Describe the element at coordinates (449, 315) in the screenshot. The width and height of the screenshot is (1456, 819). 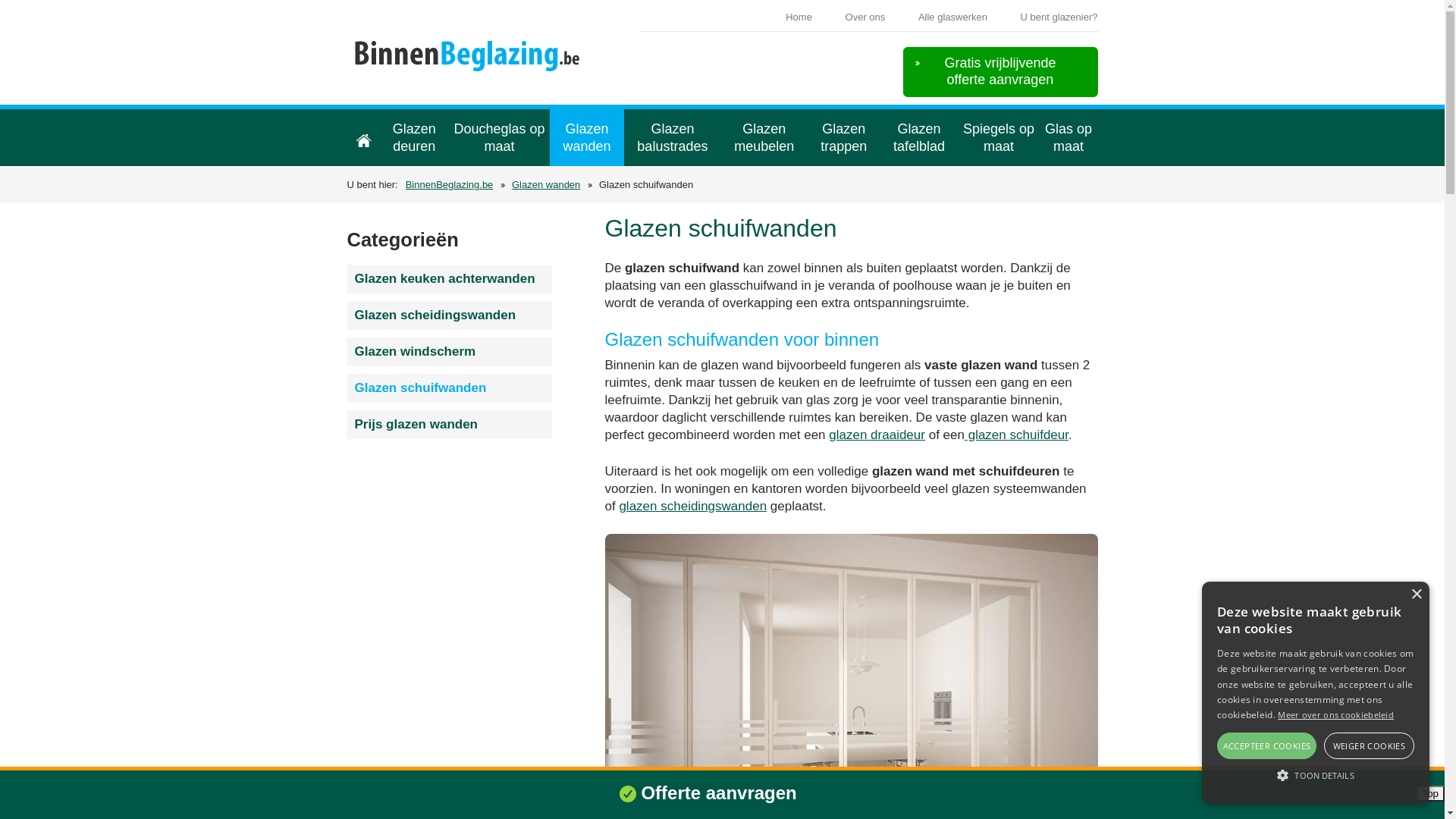
I see `'Glazen scheidingswanden'` at that location.